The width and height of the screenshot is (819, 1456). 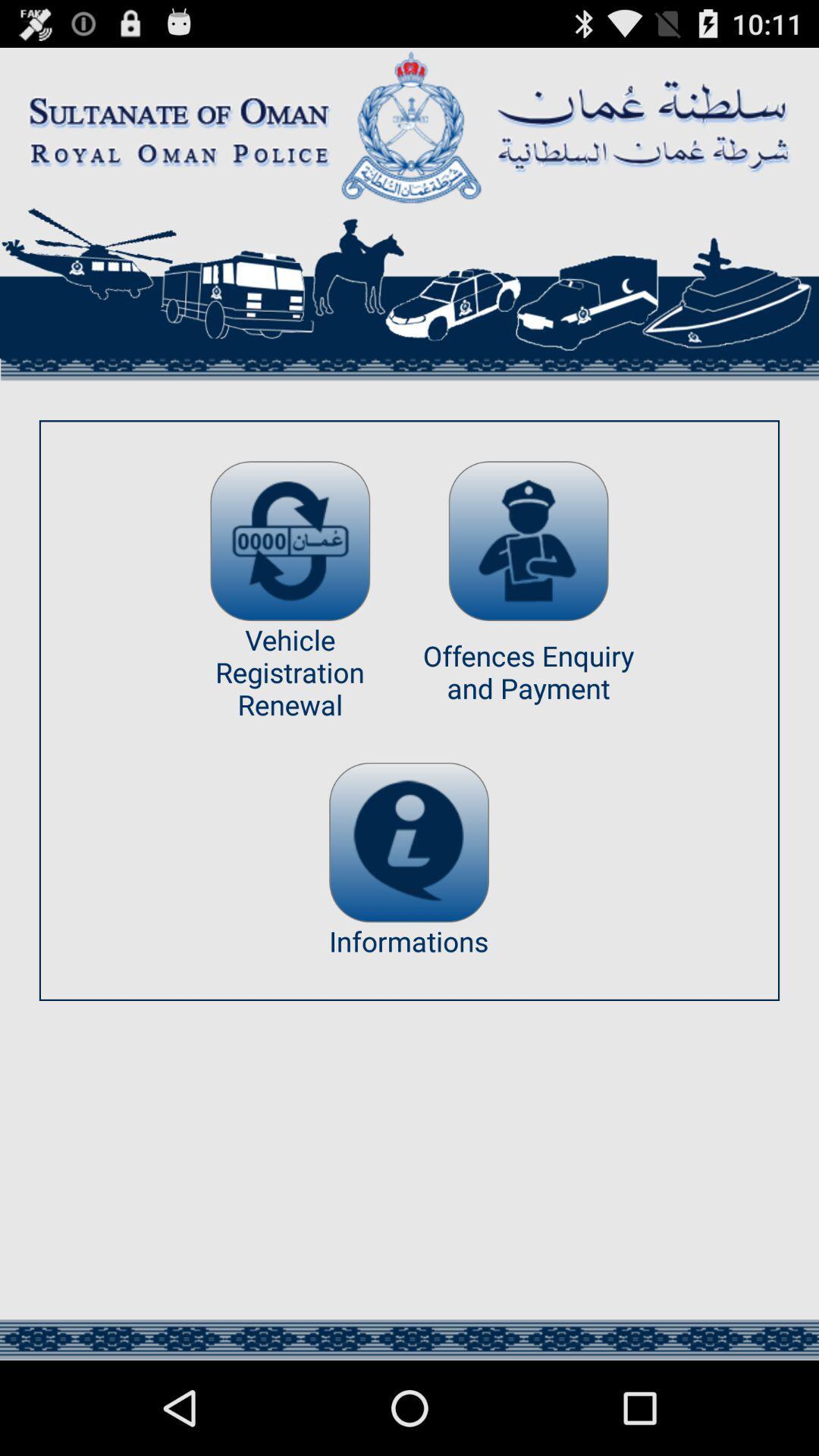 I want to click on app above the vehicle registration renewal app, so click(x=290, y=541).